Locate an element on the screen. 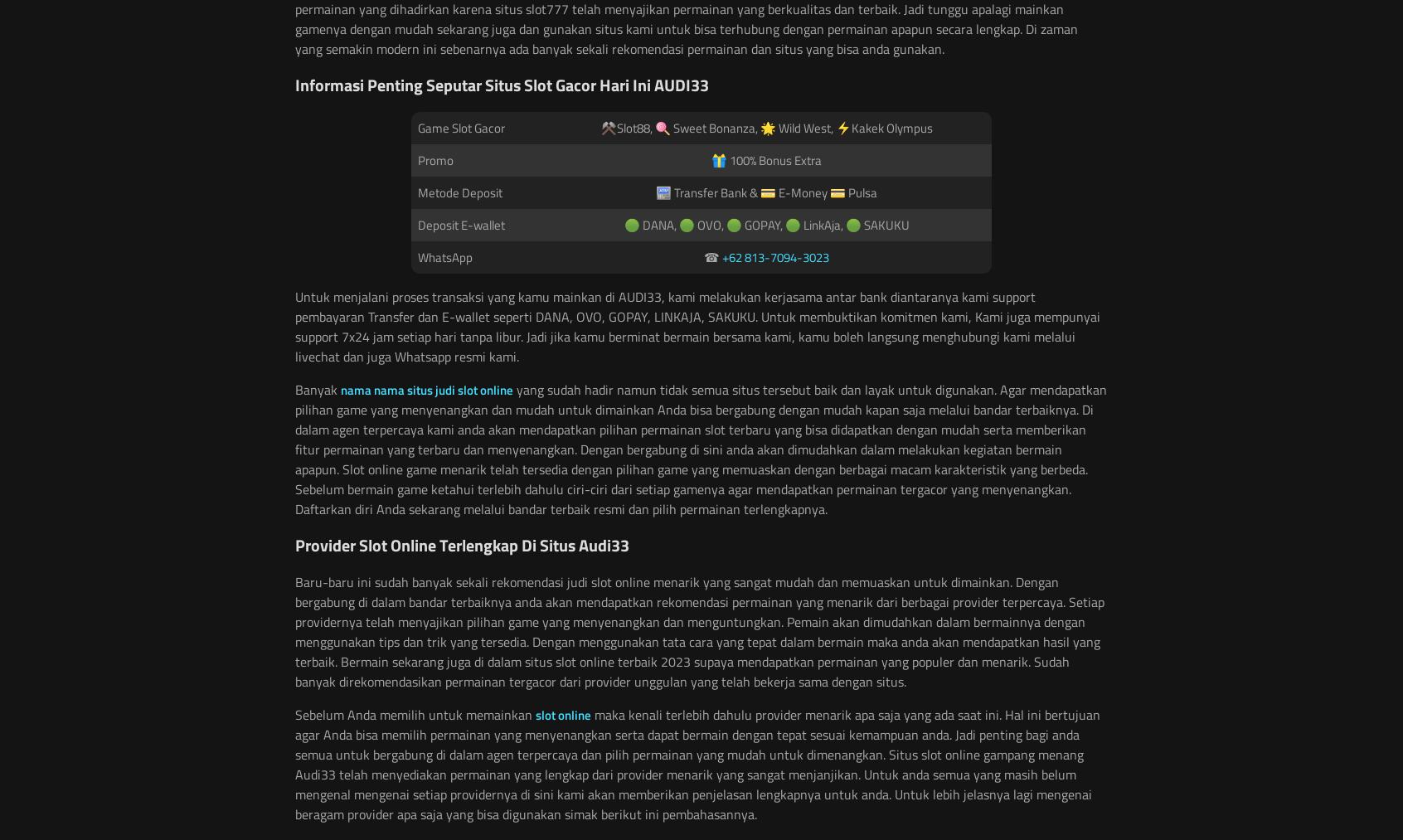 The image size is (1403, 840). '🎁 100% Bonus Extra' is located at coordinates (711, 159).